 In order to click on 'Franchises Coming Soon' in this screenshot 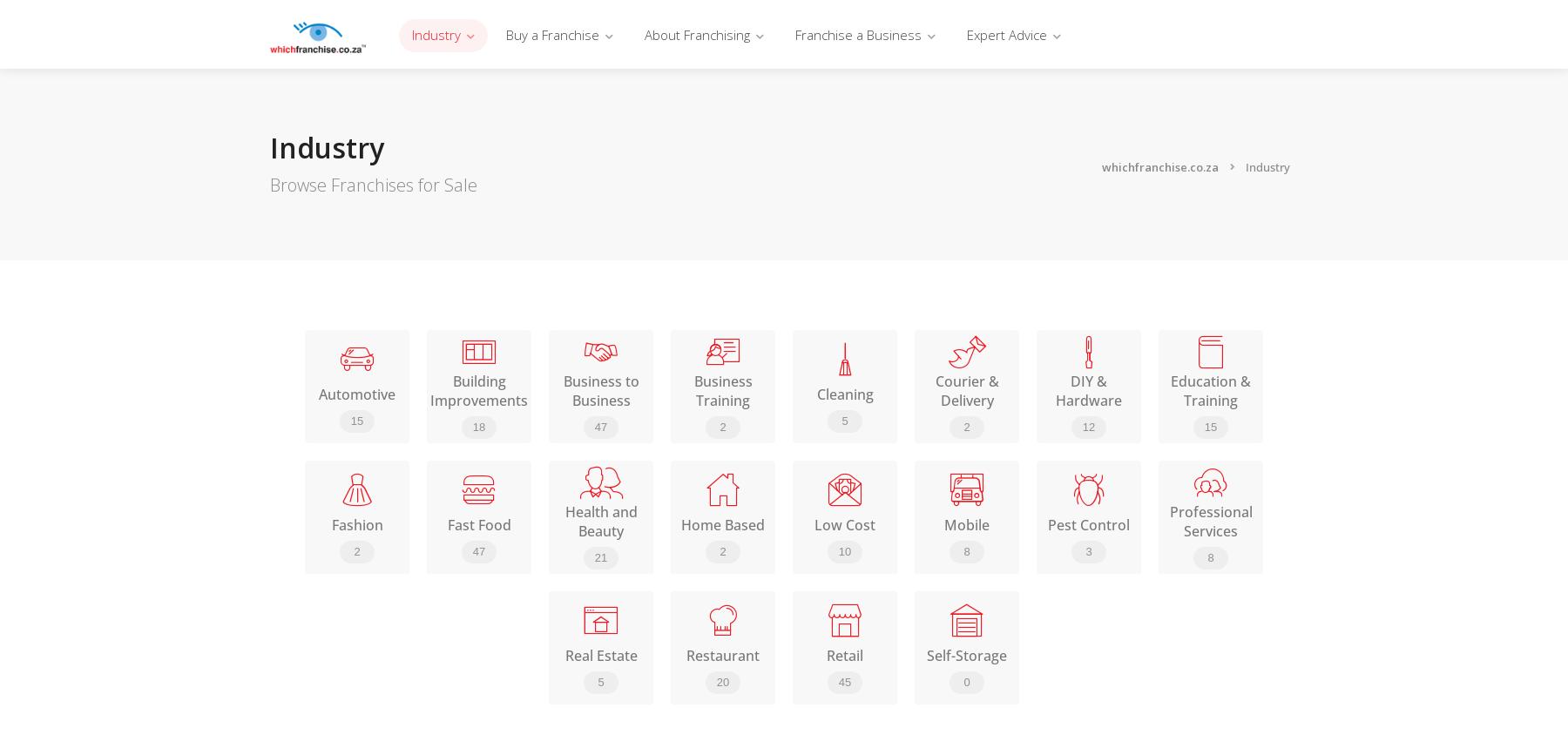, I will do `click(813, 233)`.